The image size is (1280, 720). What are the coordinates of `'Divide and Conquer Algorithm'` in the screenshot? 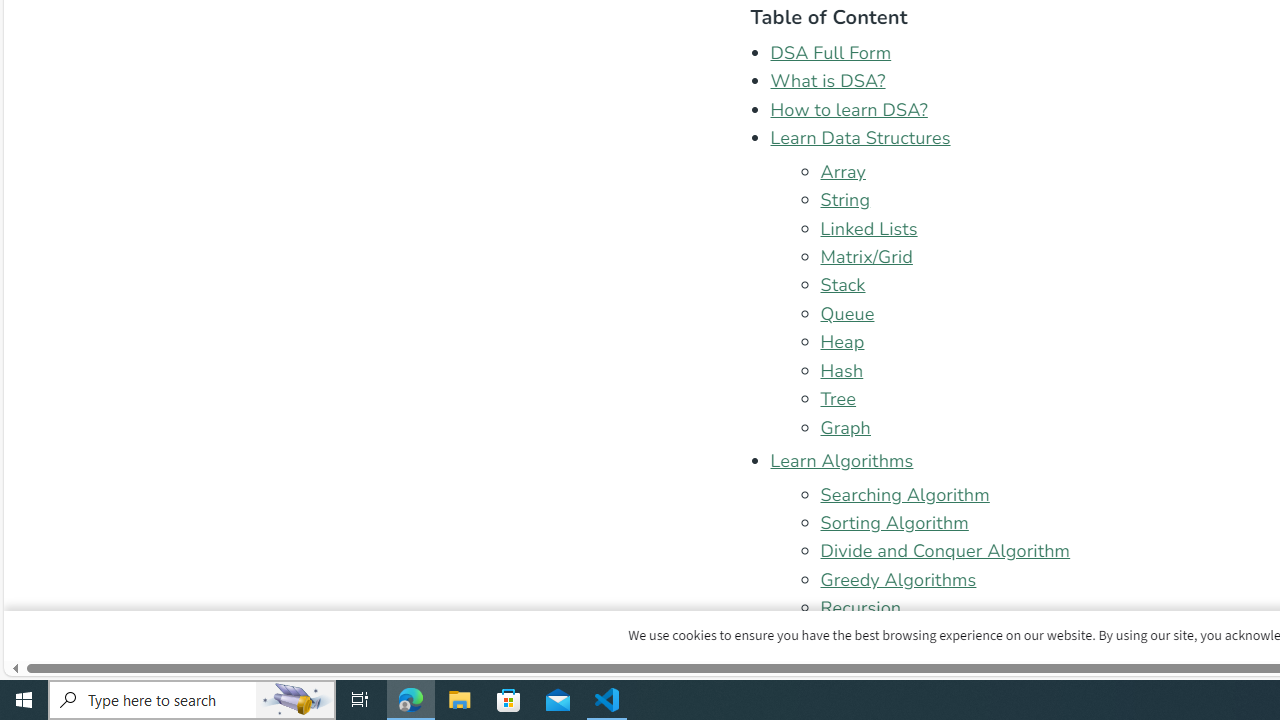 It's located at (944, 551).